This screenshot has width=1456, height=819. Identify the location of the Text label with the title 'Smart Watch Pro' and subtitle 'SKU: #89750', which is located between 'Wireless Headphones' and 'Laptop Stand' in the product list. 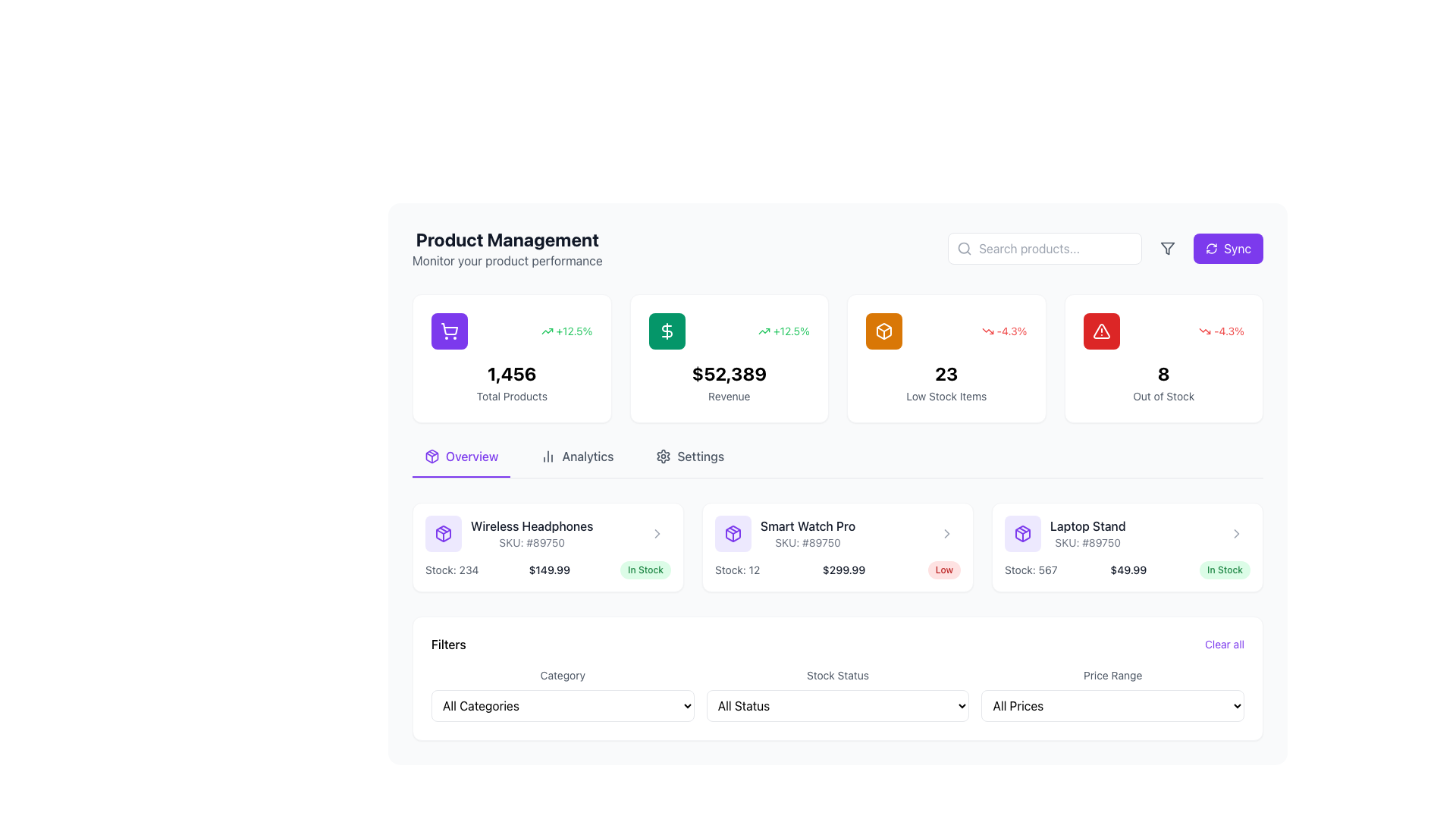
(836, 533).